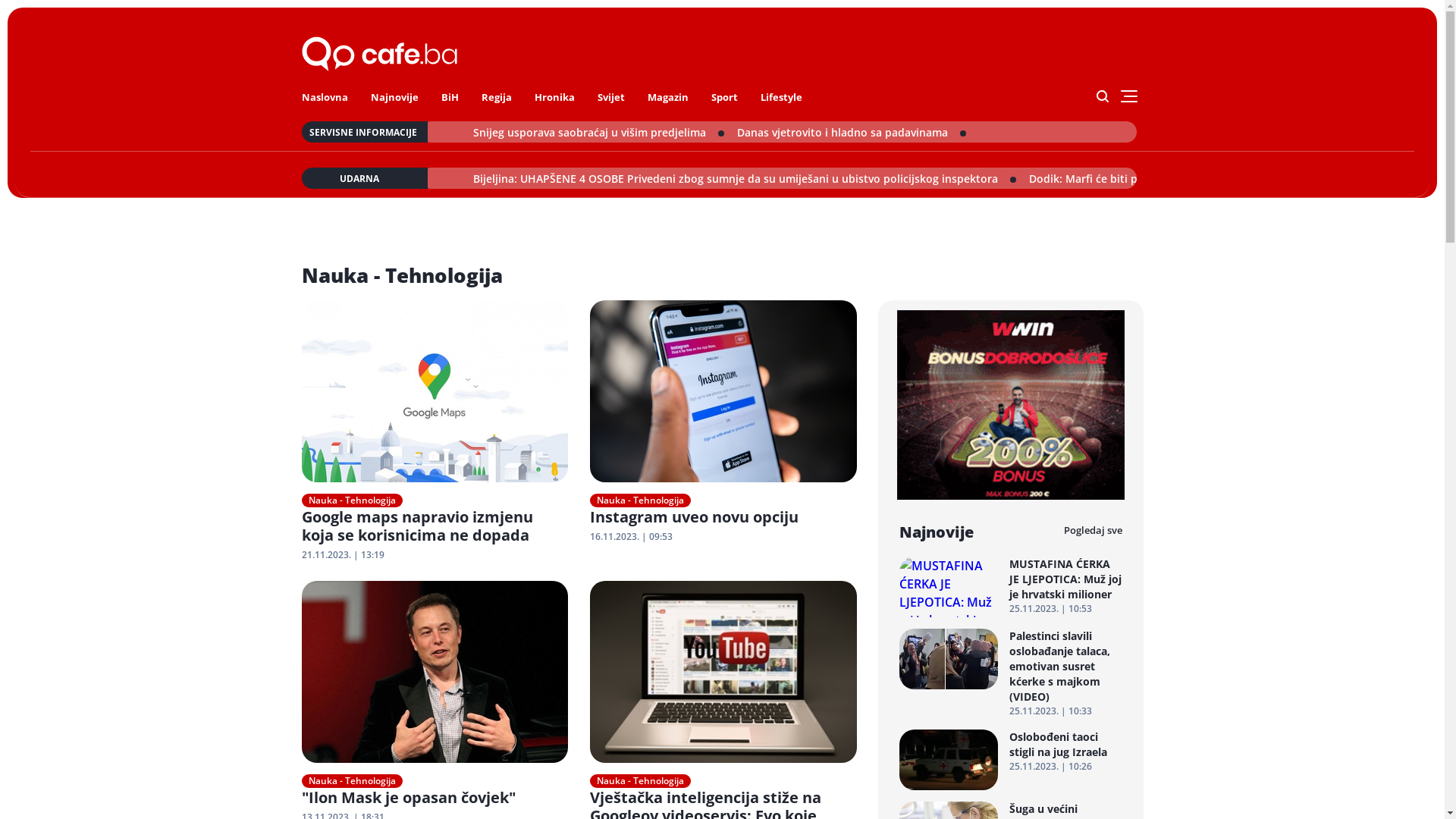 This screenshot has width=1456, height=819. I want to click on 'Sport', so click(723, 96).